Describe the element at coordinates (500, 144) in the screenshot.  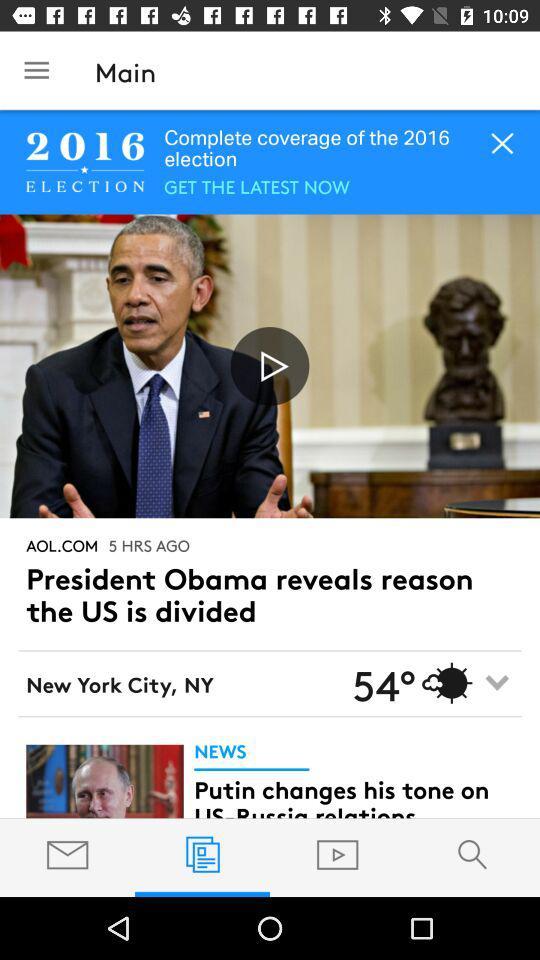
I see `the cross button in the top` at that location.